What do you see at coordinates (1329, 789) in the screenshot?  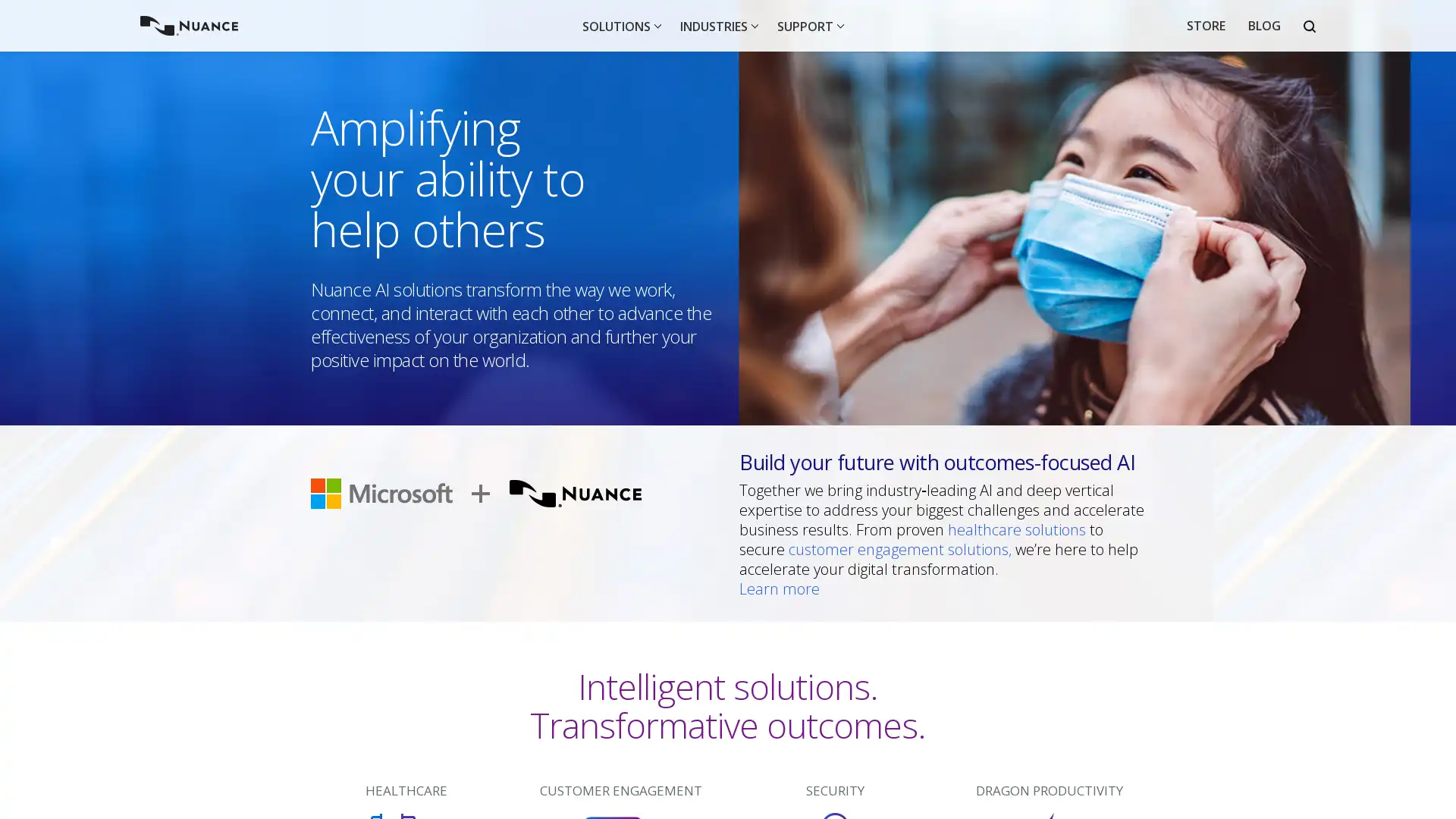 I see `I agree` at bounding box center [1329, 789].